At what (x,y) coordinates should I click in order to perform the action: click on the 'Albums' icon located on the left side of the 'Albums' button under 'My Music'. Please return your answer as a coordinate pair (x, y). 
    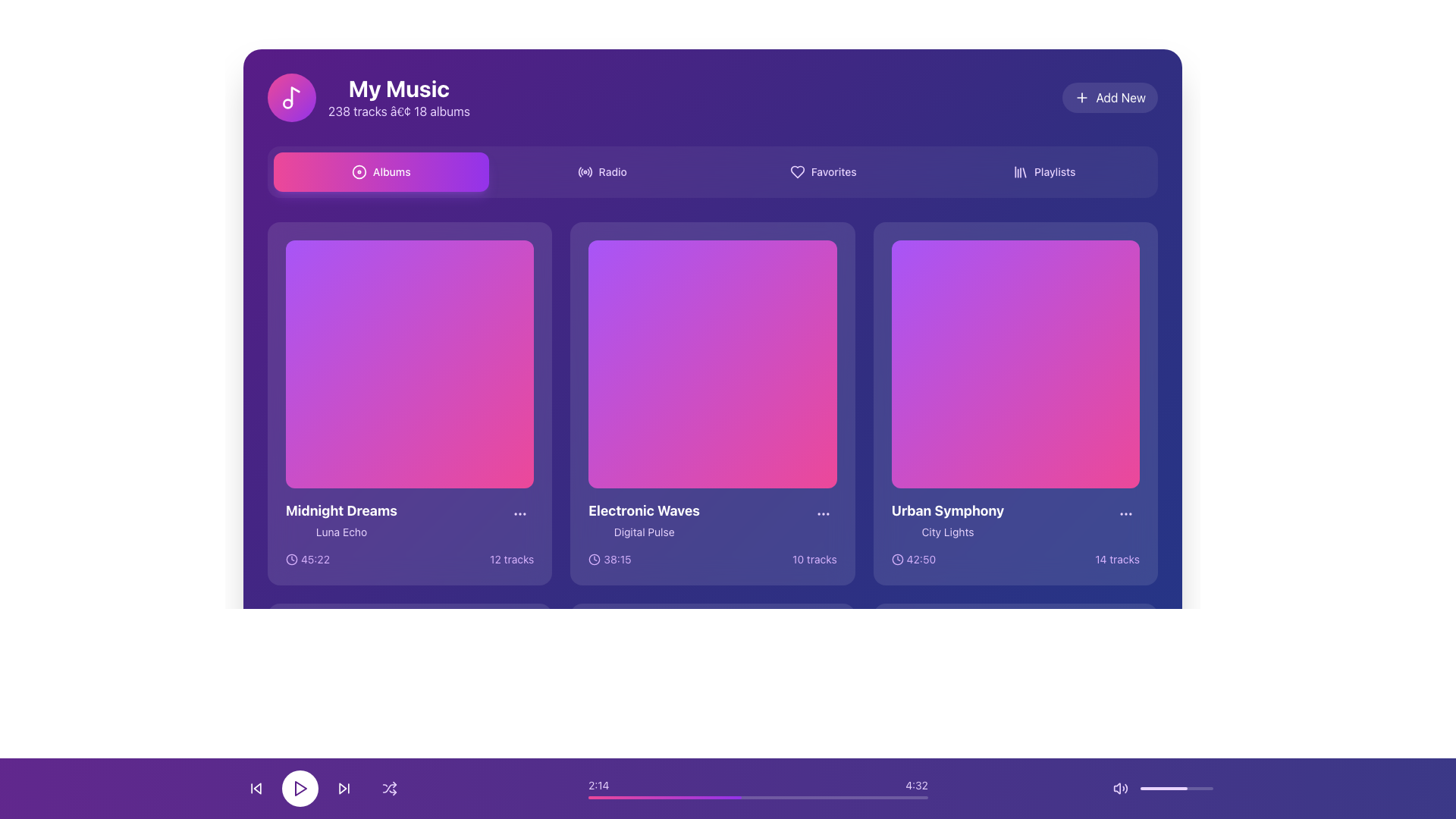
    Looking at the image, I should click on (358, 171).